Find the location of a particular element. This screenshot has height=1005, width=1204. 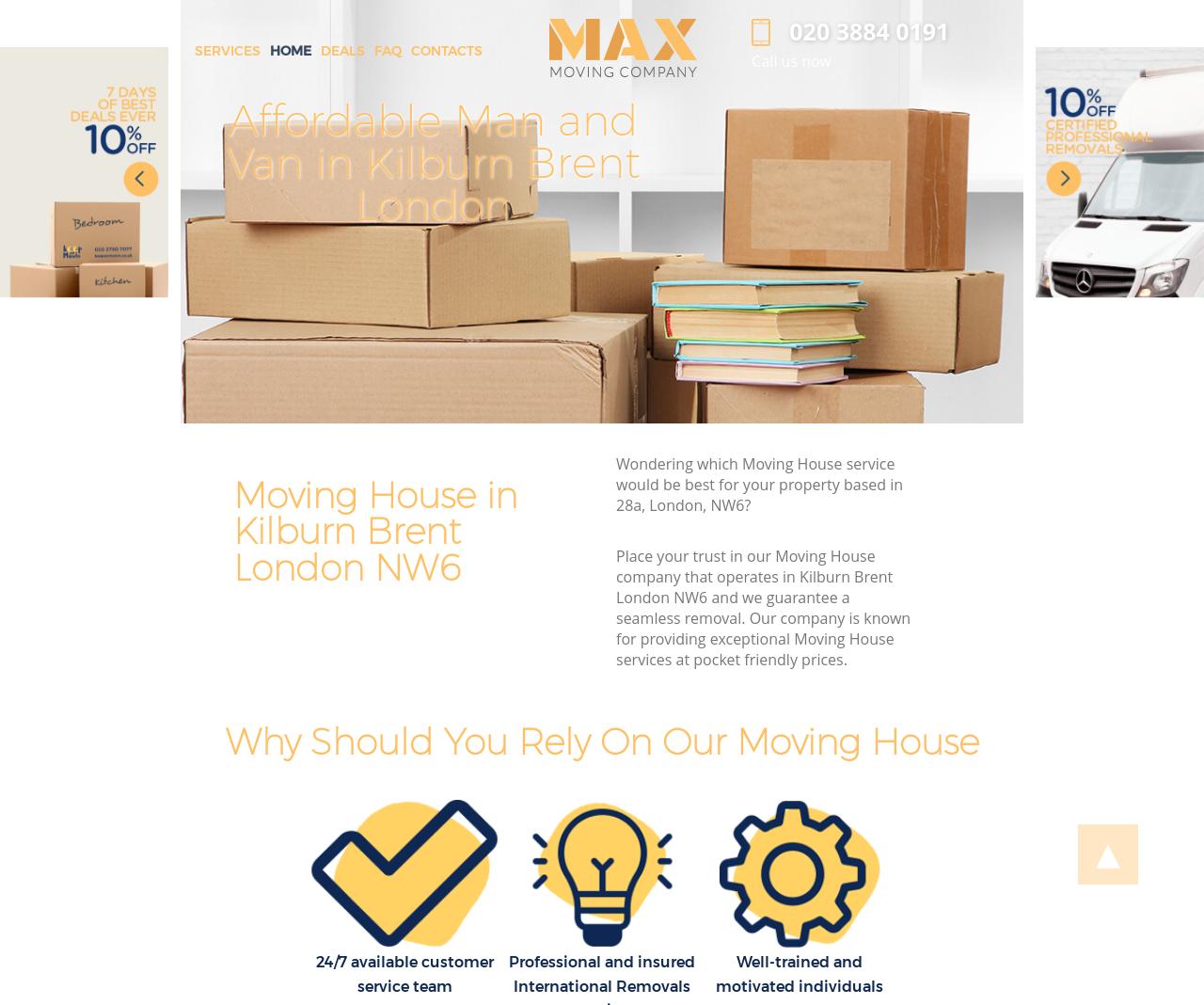

'Place your trust in our Moving House company that operates in Kilburn Brent London NW6 and we guarantee a seamless removal. Our company is known for providing exceptional Moving House services at pocket friendly prices.' is located at coordinates (763, 607).